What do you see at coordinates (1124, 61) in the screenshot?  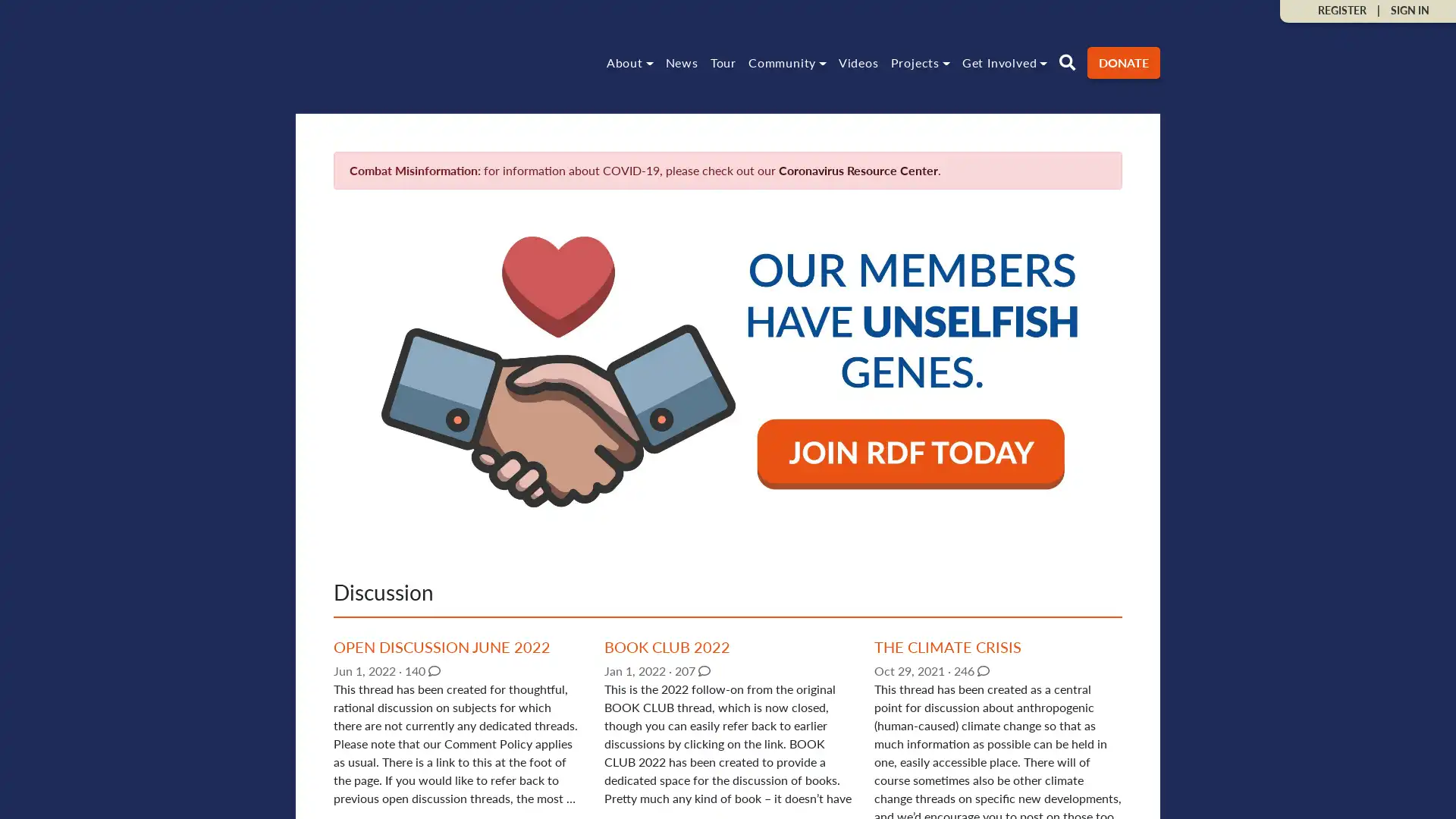 I see `DONATE` at bounding box center [1124, 61].